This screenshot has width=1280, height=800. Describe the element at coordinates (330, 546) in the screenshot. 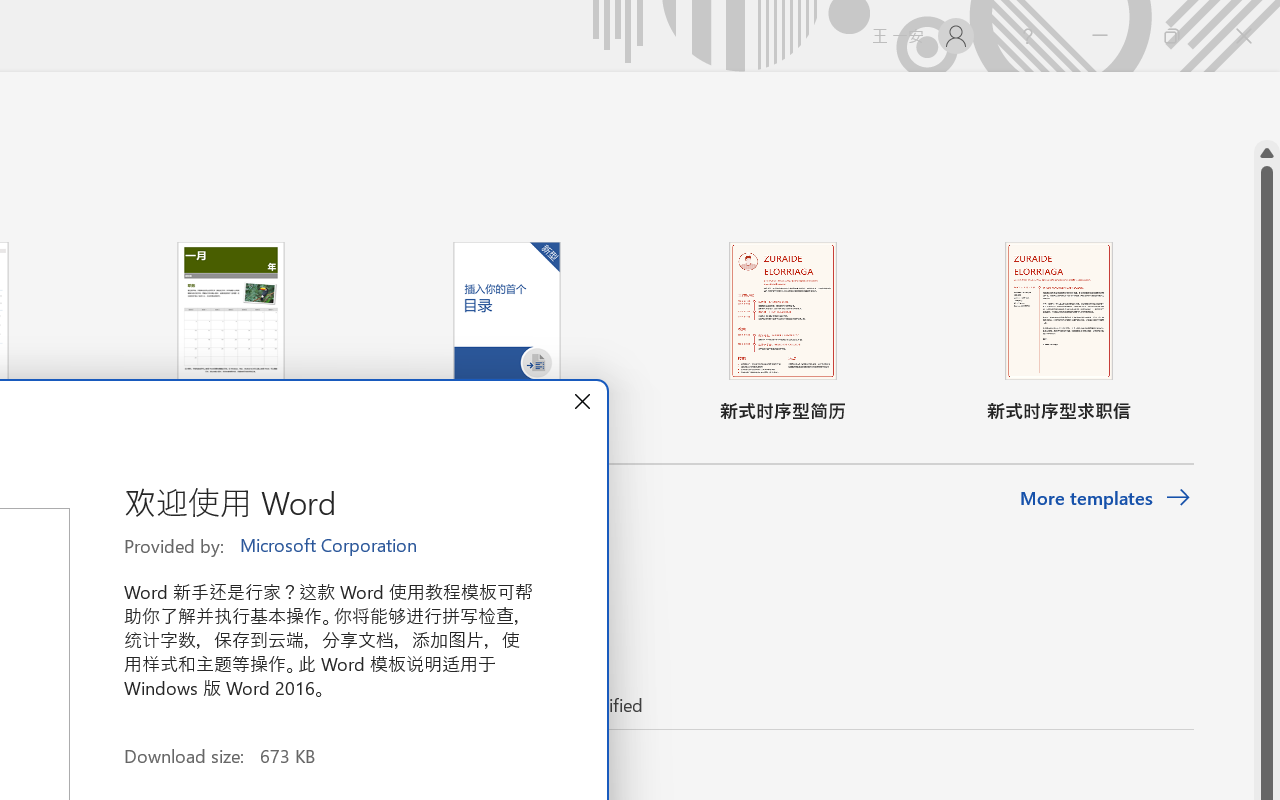

I see `'Microsoft Corporation'` at that location.